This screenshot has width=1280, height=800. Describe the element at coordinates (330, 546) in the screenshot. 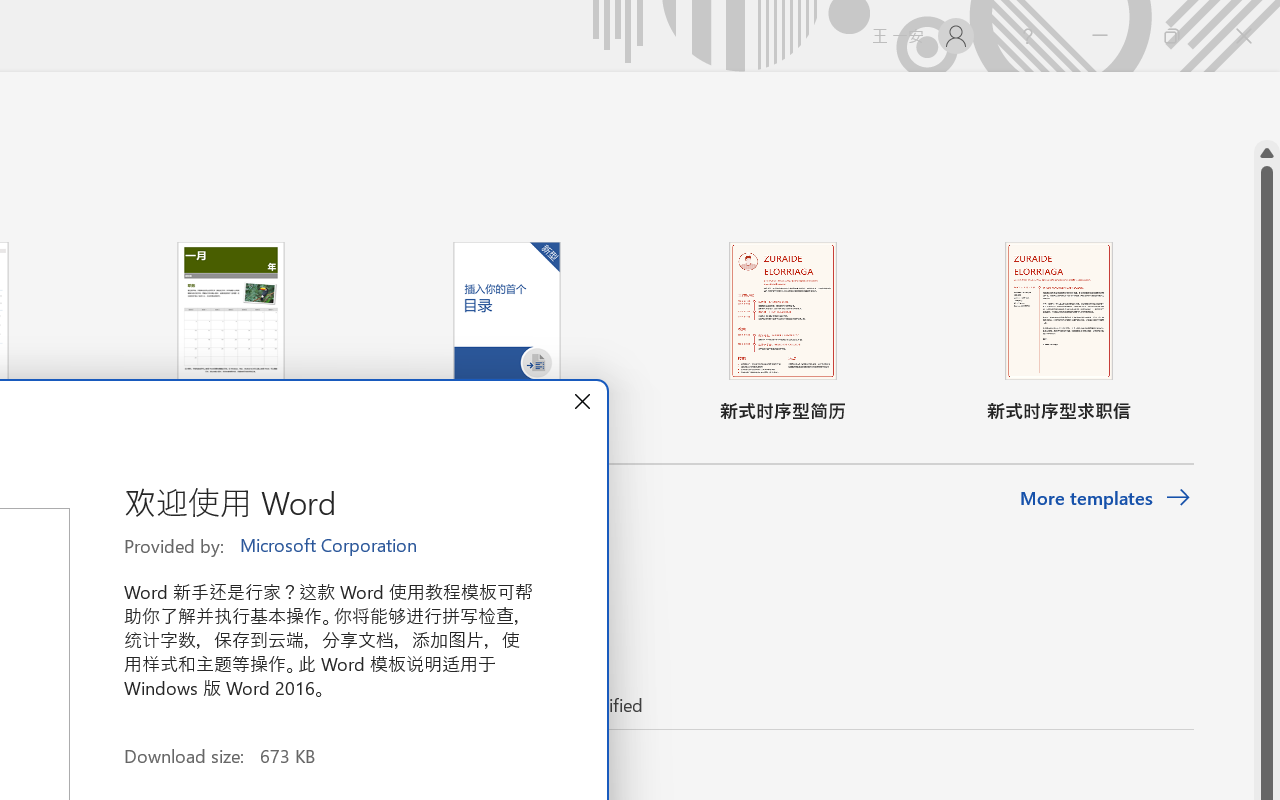

I see `'Microsoft Corporation'` at that location.